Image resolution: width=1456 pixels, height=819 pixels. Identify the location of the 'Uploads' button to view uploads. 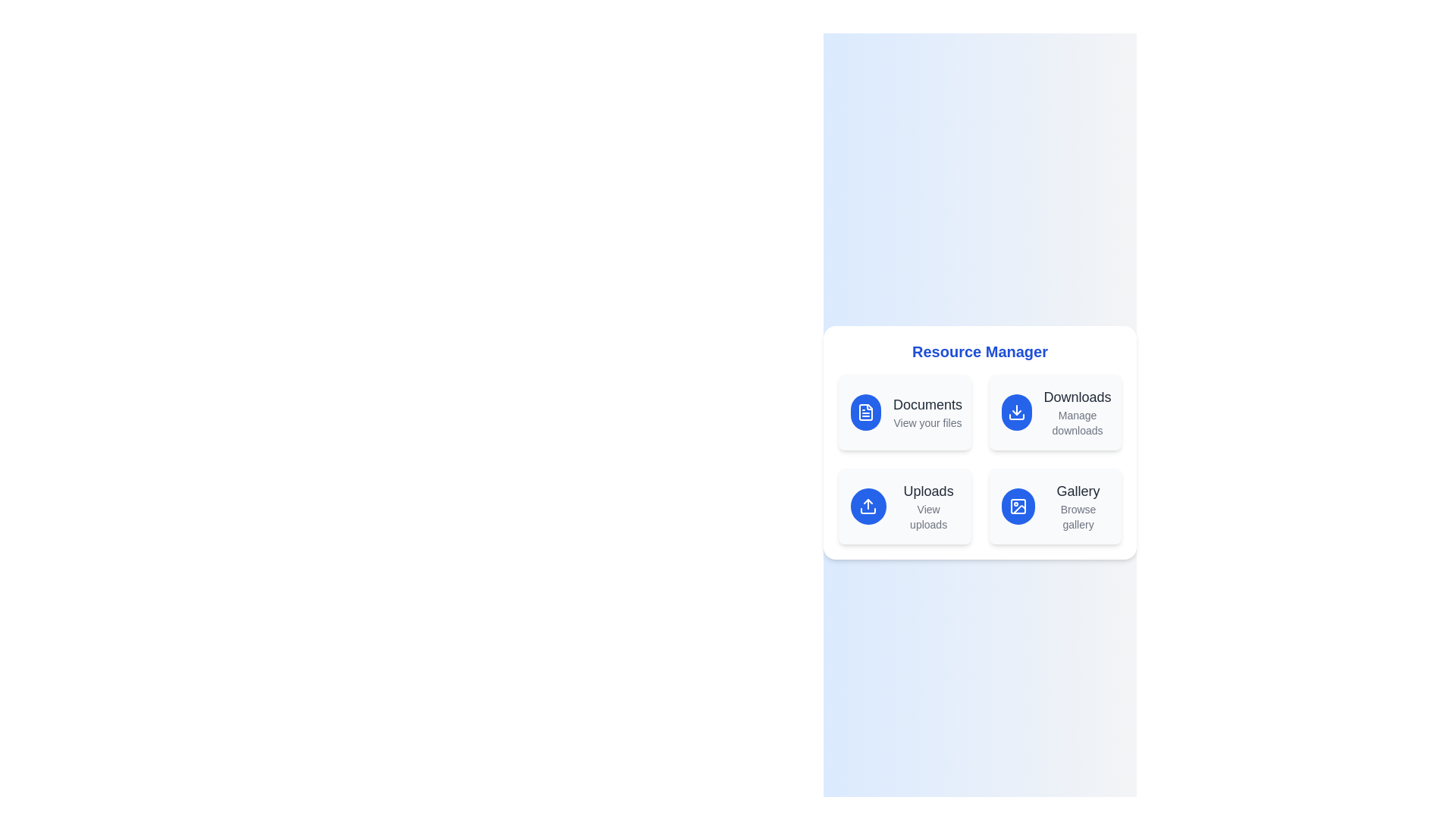
(905, 506).